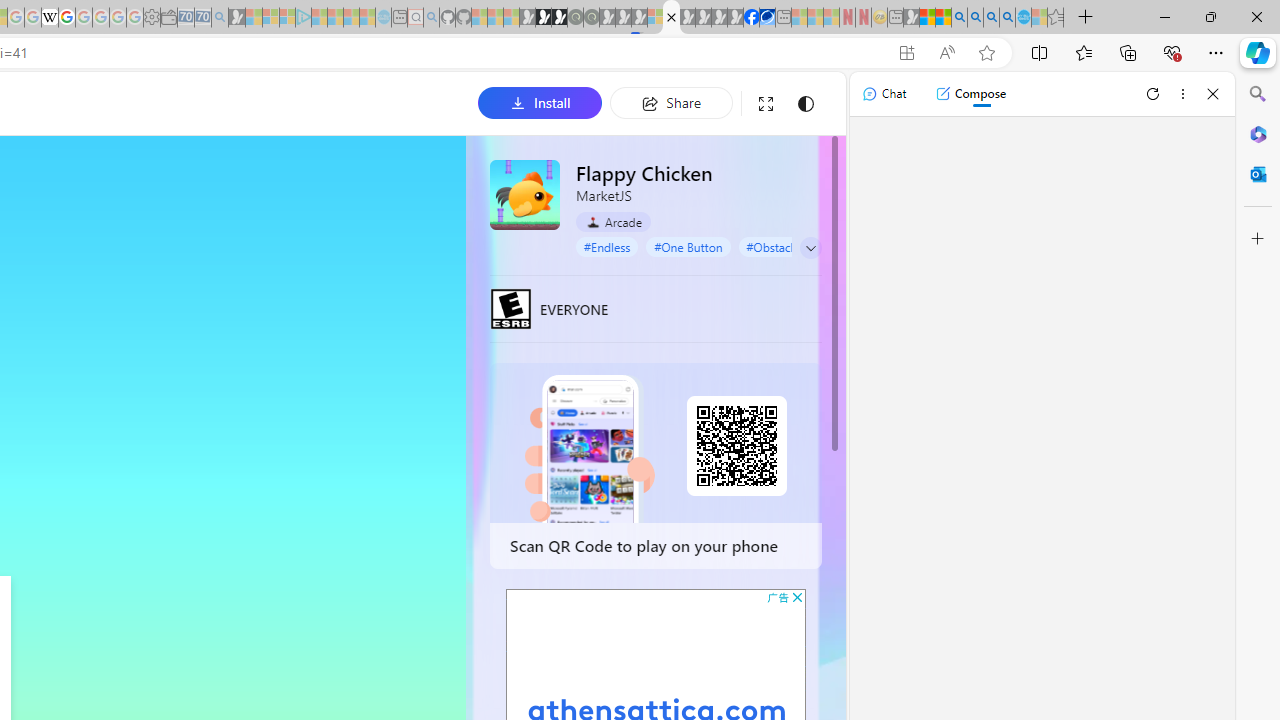 Image resolution: width=1280 pixels, height=720 pixels. Describe the element at coordinates (750, 17) in the screenshot. I see `'Nordace | Facebook'` at that location.